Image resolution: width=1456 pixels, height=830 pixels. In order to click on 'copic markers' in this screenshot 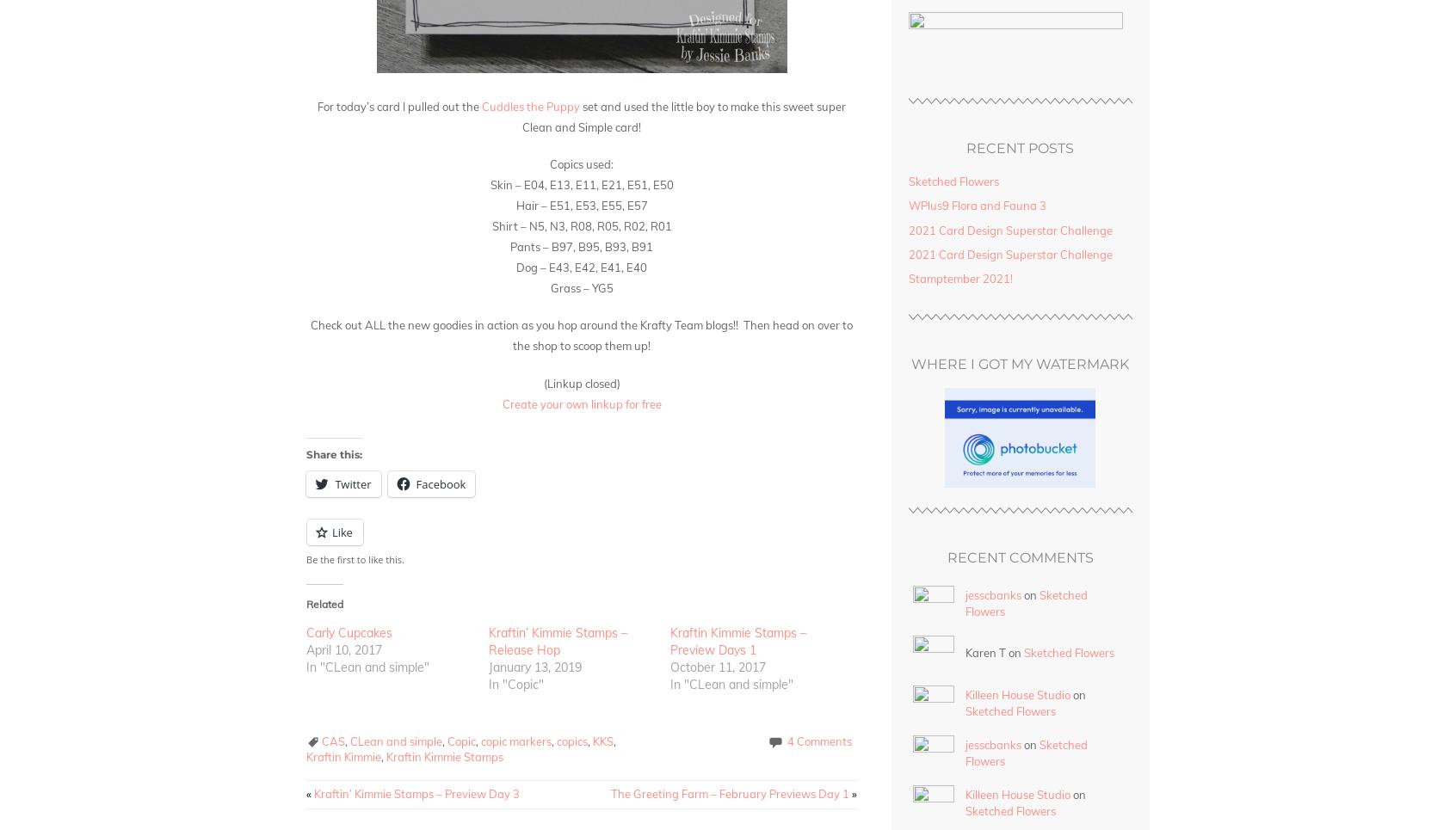, I will do `click(515, 740)`.